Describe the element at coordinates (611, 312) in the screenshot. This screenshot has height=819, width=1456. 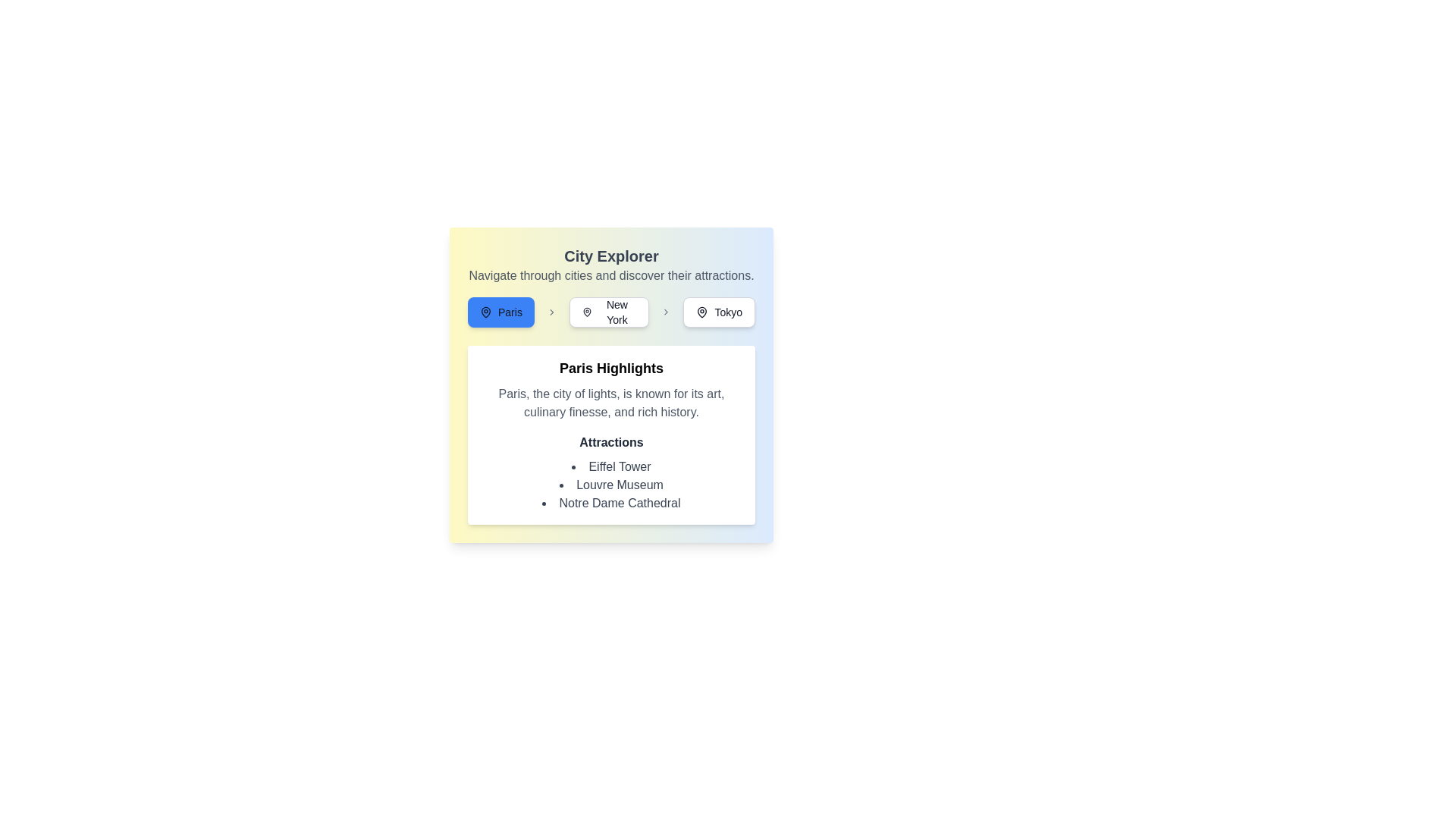
I see `the 'New York' button, which is a rectangular button with a light gray border and a pin icon, located in the 'City Explorer' section between the 'Paris' and 'Tokyo' buttons` at that location.